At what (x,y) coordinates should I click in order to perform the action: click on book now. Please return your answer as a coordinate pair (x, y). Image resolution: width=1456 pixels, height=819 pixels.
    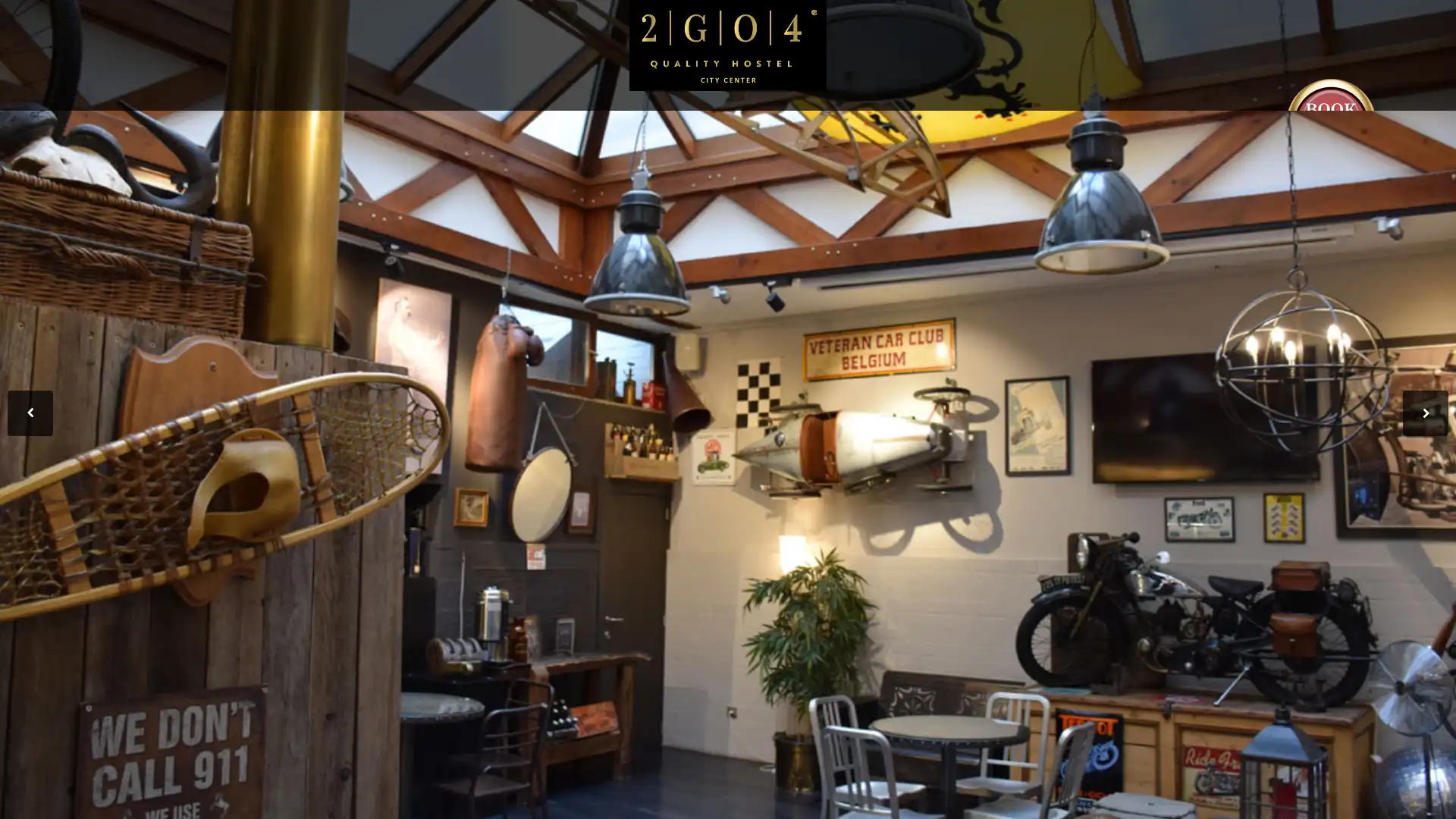
    Looking at the image, I should click on (1330, 123).